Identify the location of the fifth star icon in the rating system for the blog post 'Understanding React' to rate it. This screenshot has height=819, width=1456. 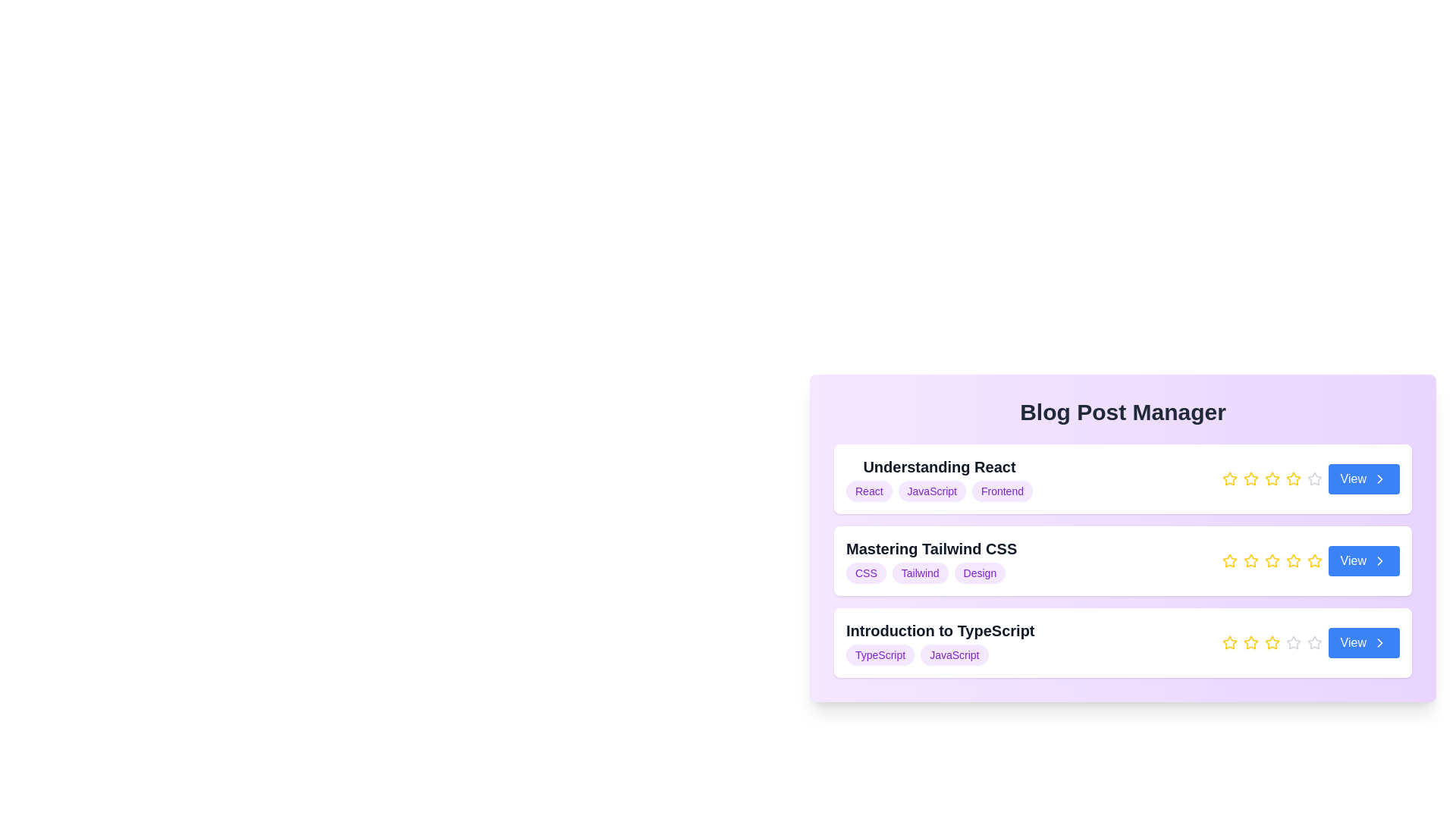
(1313, 479).